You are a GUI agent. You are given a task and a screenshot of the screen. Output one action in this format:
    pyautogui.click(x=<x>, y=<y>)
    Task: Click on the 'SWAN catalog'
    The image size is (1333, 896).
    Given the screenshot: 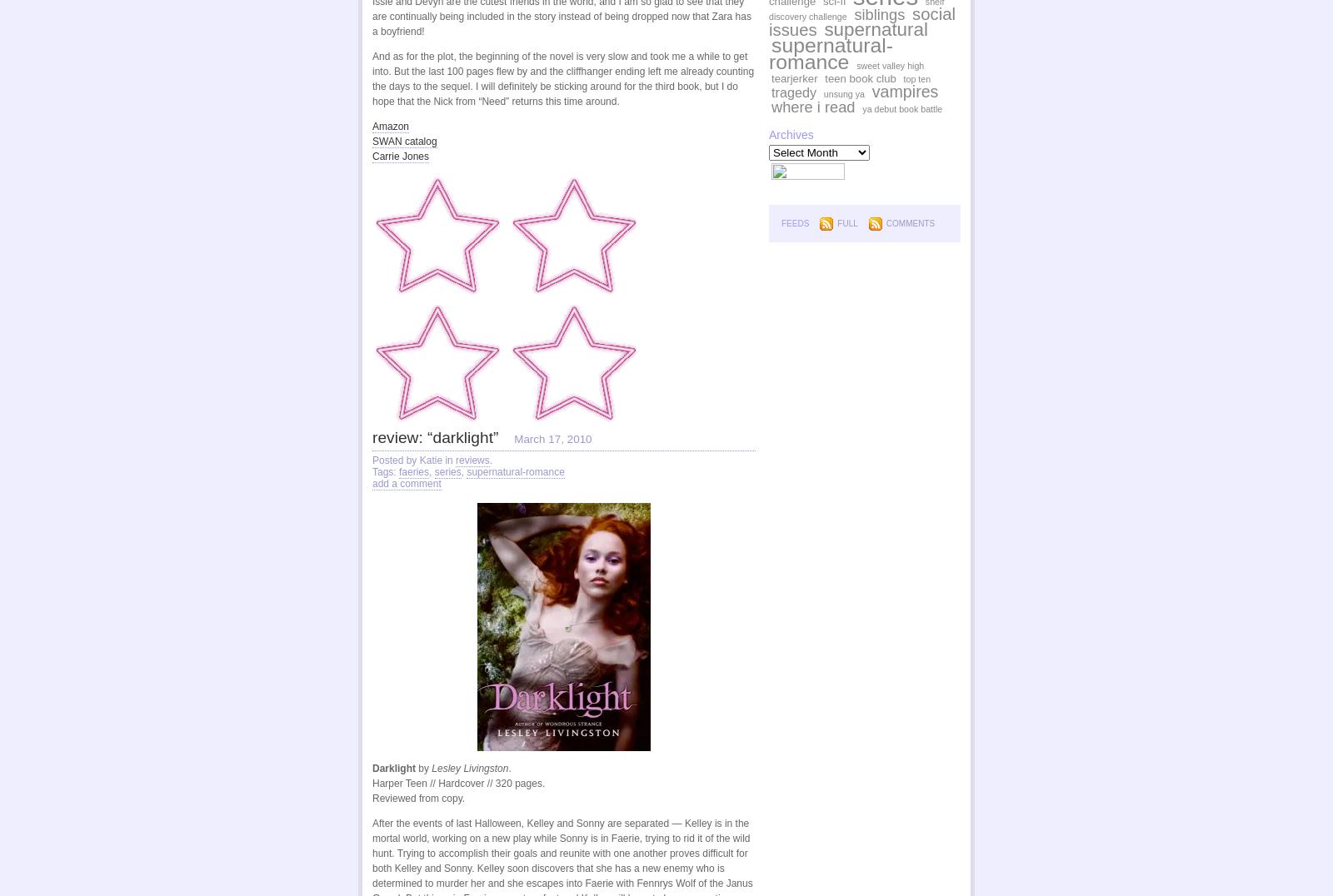 What is the action you would take?
    pyautogui.click(x=403, y=142)
    